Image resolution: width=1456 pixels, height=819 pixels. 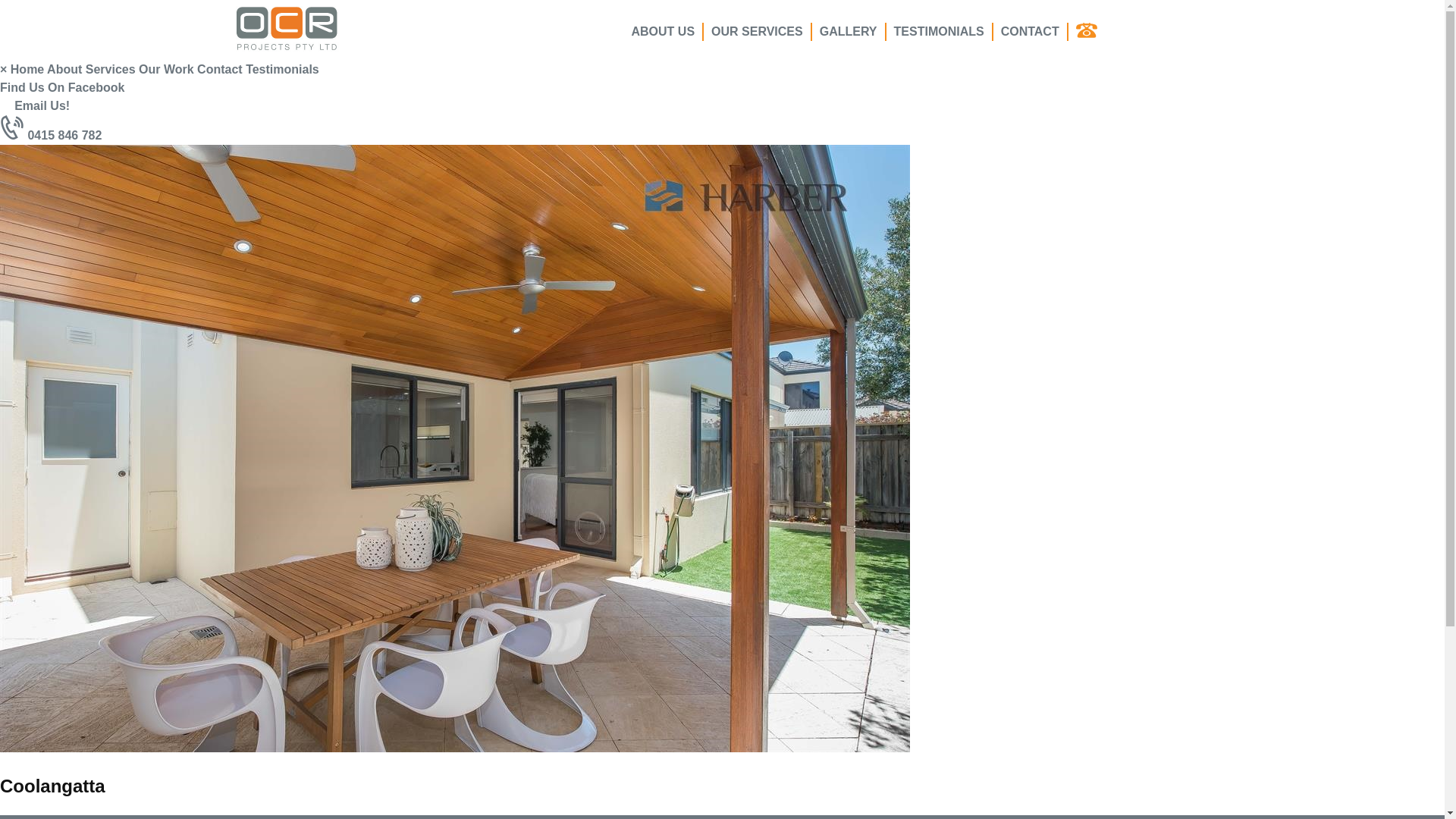 I want to click on 'CONTACT', so click(x=1031, y=32).